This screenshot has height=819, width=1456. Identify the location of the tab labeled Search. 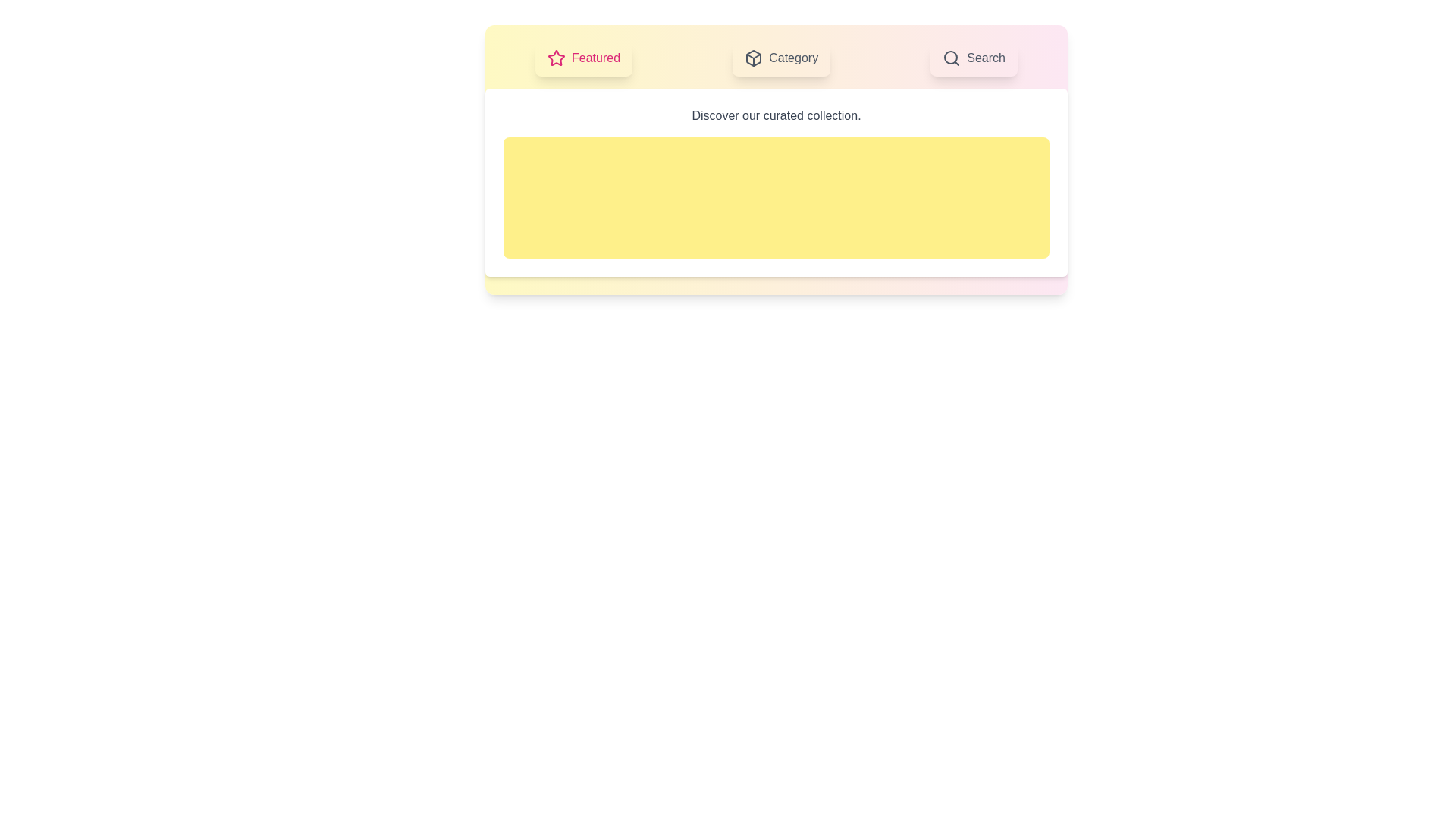
(974, 58).